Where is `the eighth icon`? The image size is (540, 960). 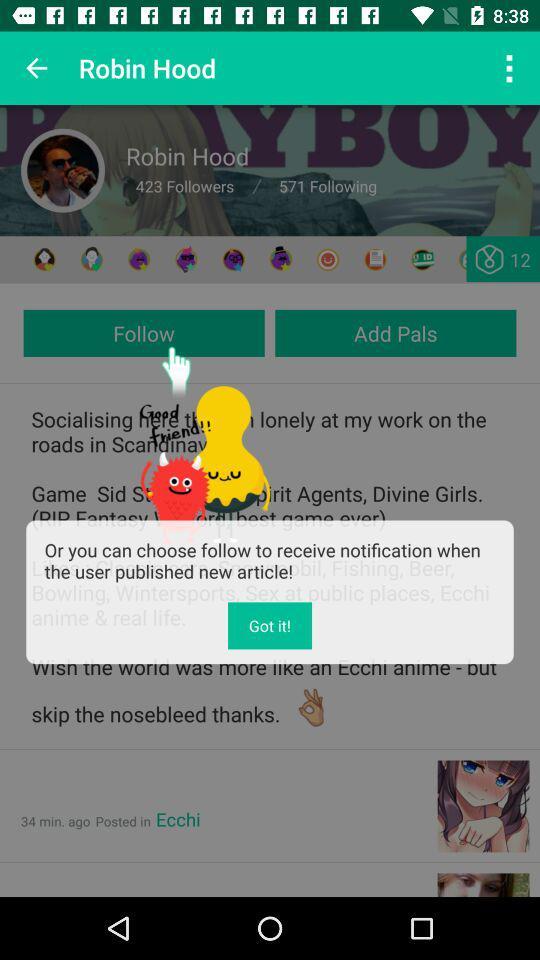 the eighth icon is located at coordinates (375, 258).